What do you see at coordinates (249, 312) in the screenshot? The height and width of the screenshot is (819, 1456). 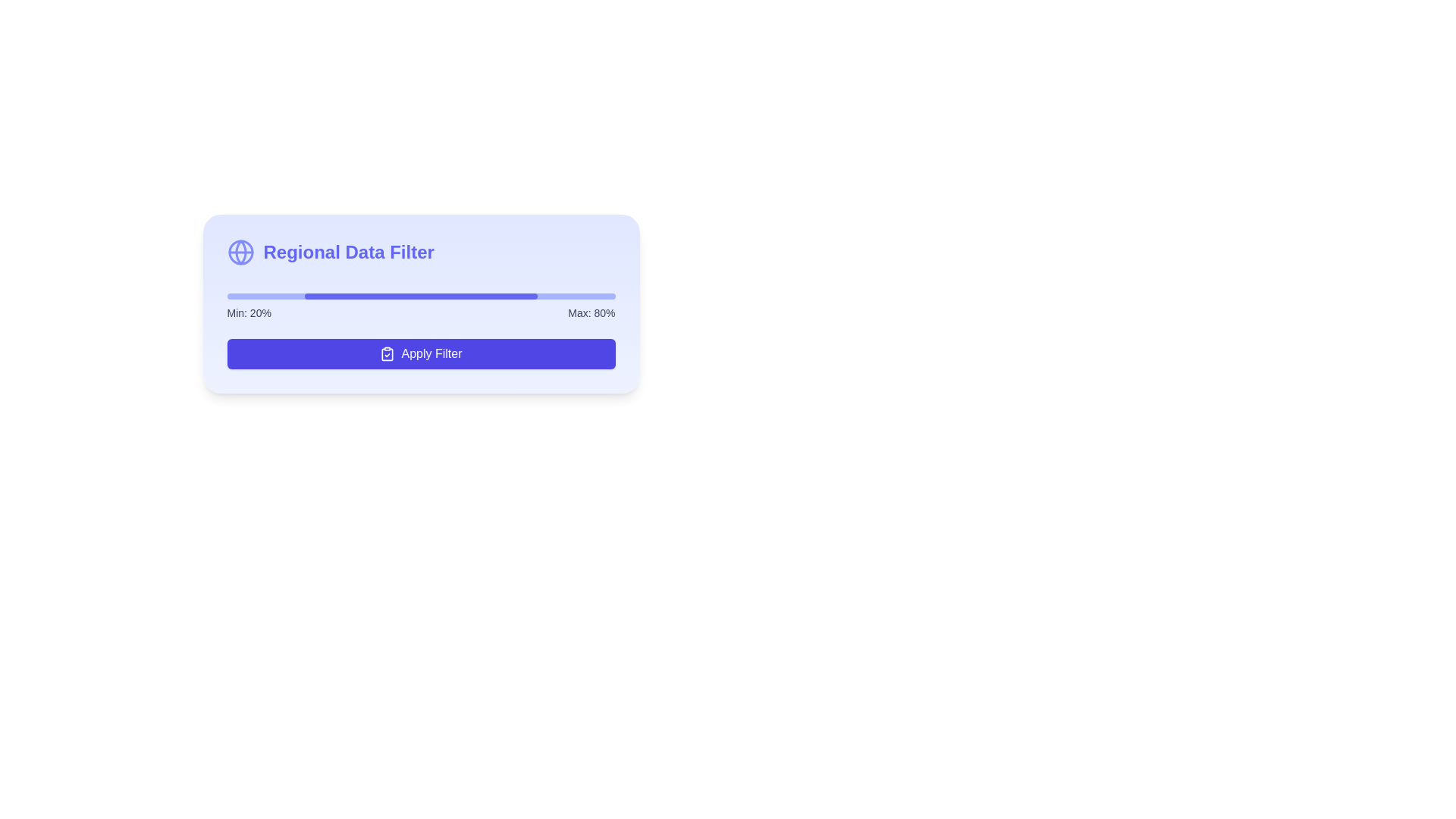 I see `the textual label displaying 'Min: 20%' which is located at the bottom of a card-like component containing a slider` at bounding box center [249, 312].